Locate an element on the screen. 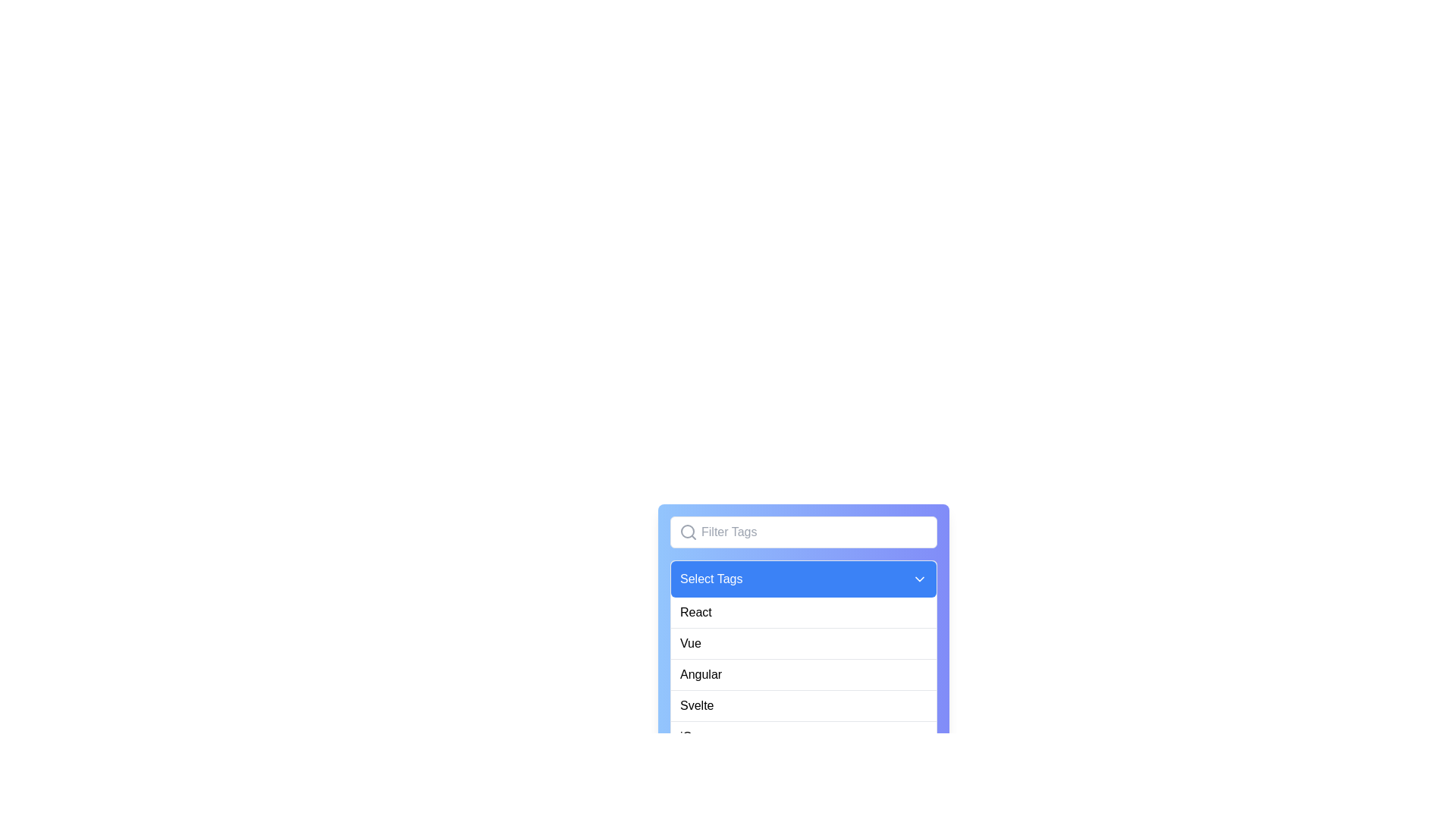 The width and height of the screenshot is (1456, 819). the first selectable option in the dropdown menu labeled 'React' by simulating keyboard interaction to bring attention to it is located at coordinates (695, 611).